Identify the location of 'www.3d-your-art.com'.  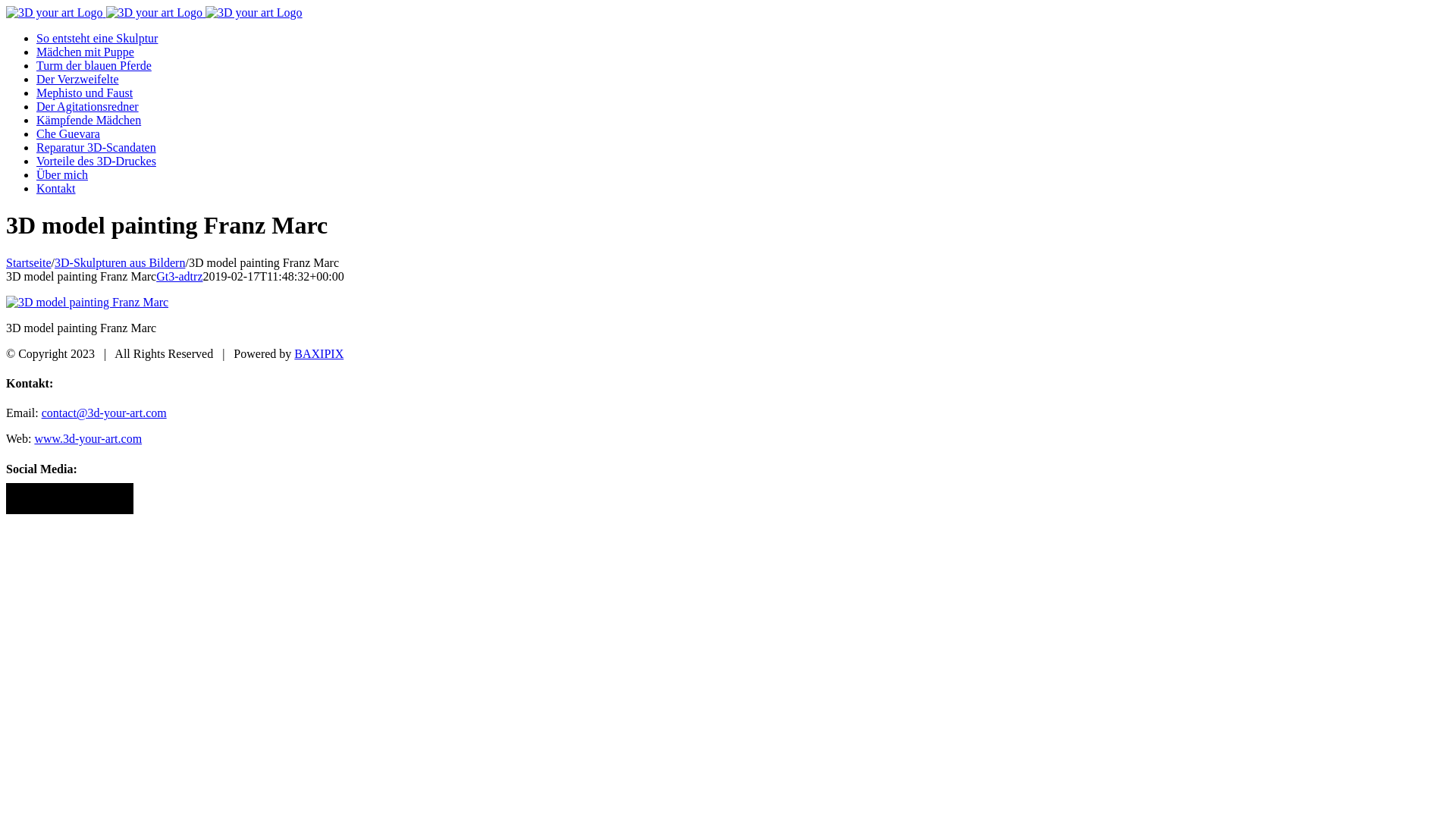
(86, 438).